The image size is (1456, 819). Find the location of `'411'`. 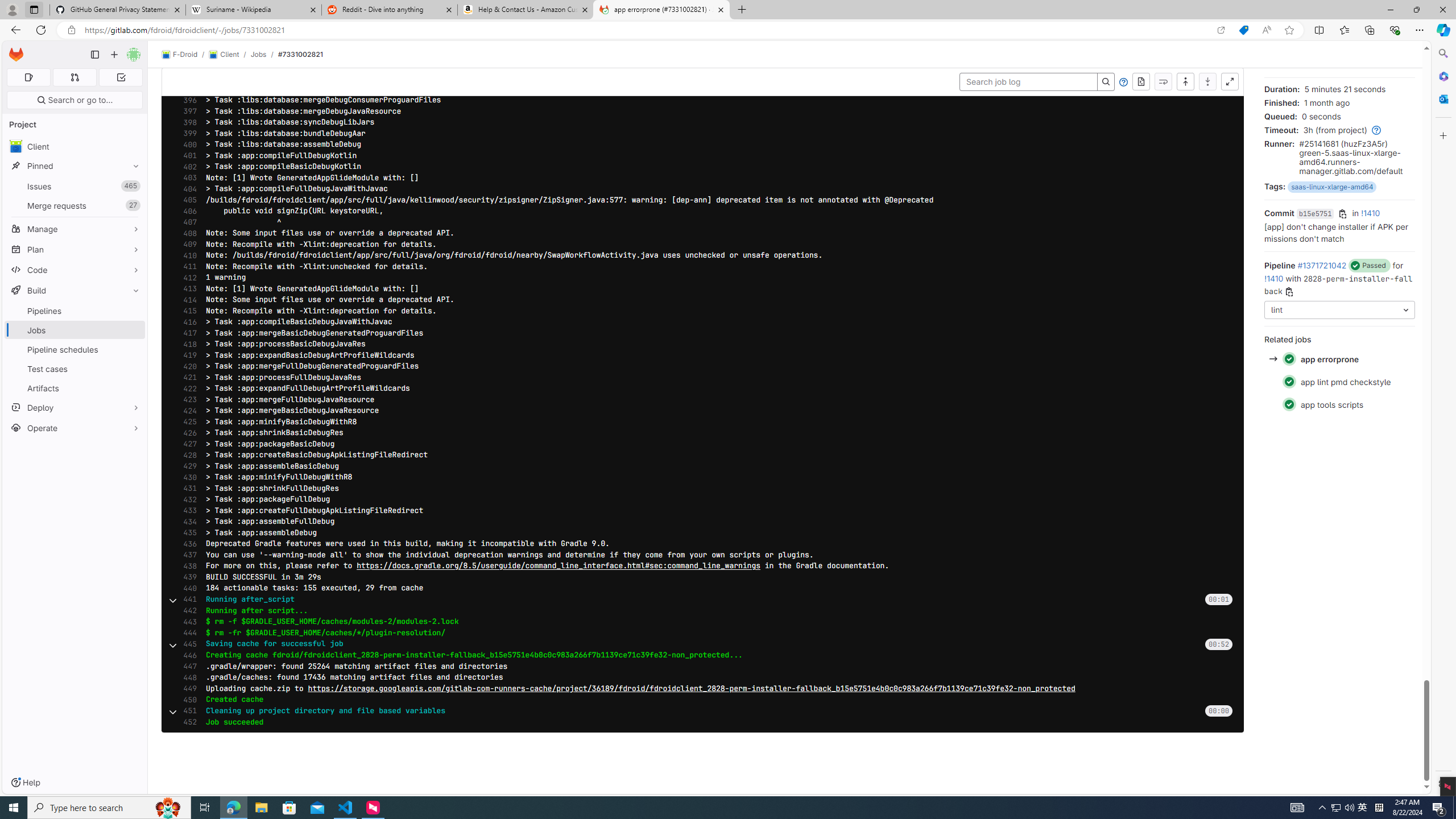

'411' is located at coordinates (186, 266).